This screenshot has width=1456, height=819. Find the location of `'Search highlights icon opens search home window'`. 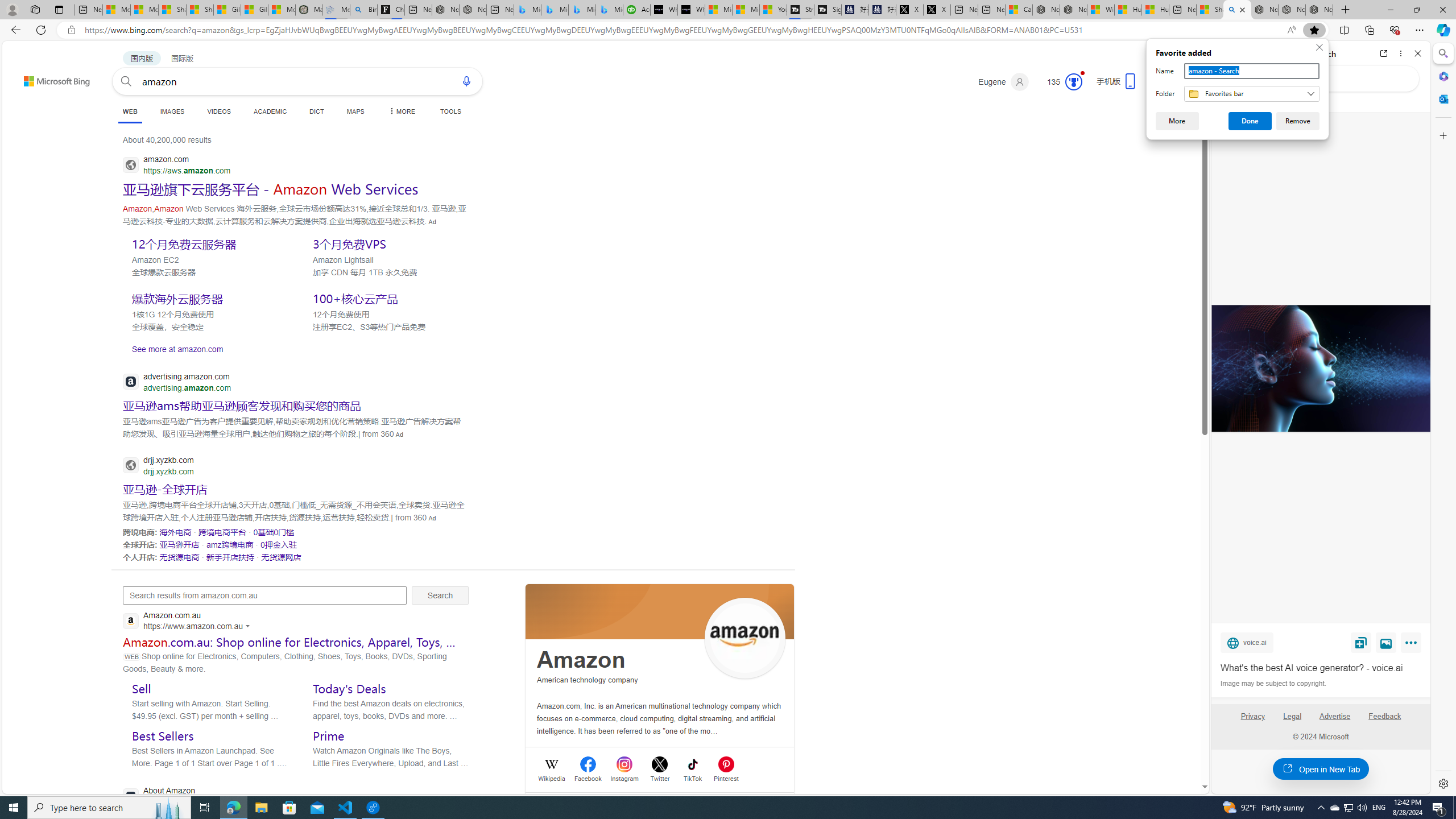

'Search highlights icon opens search home window' is located at coordinates (167, 806).